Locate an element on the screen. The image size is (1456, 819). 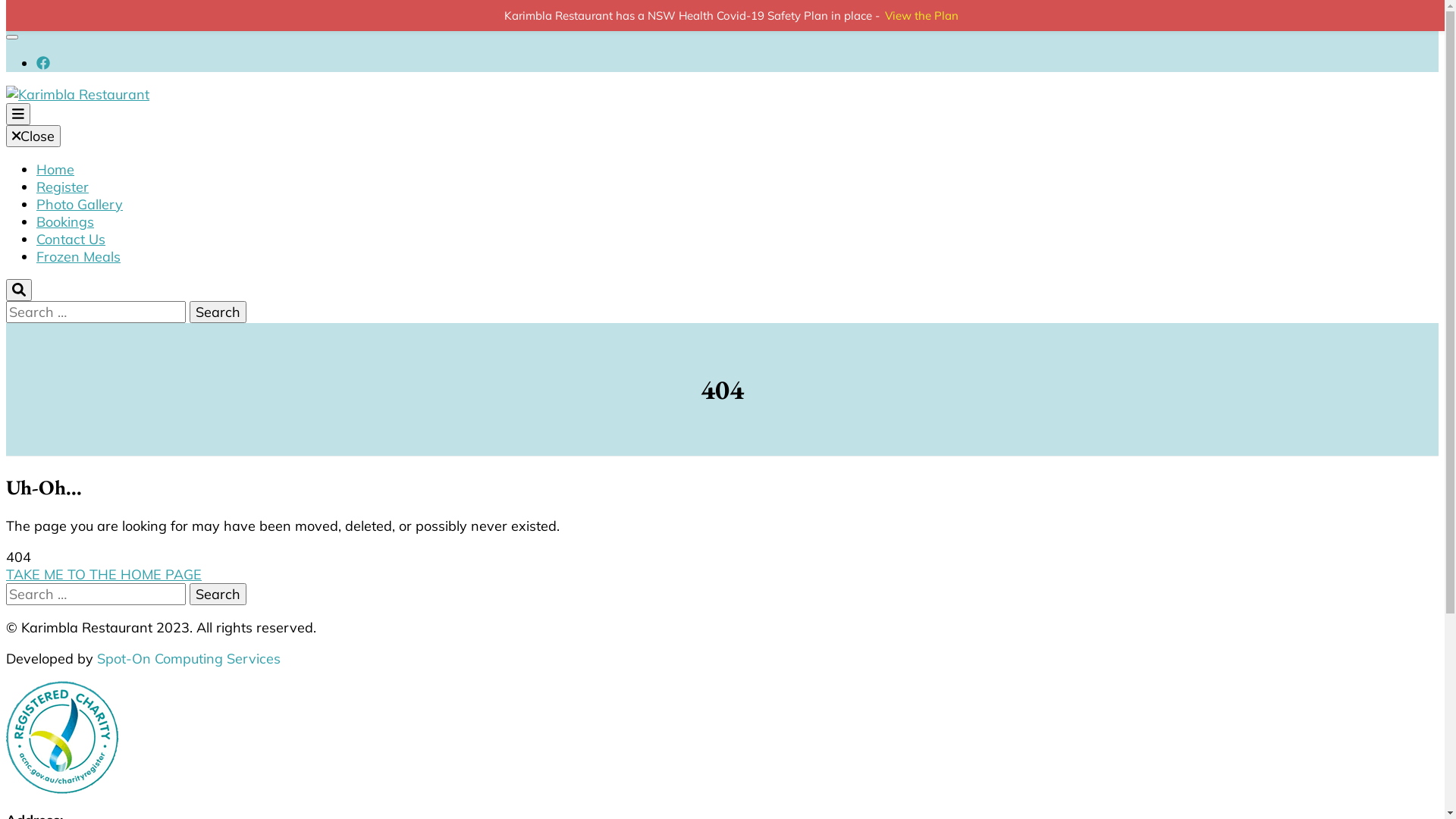
'Photo Gallery' is located at coordinates (79, 203).